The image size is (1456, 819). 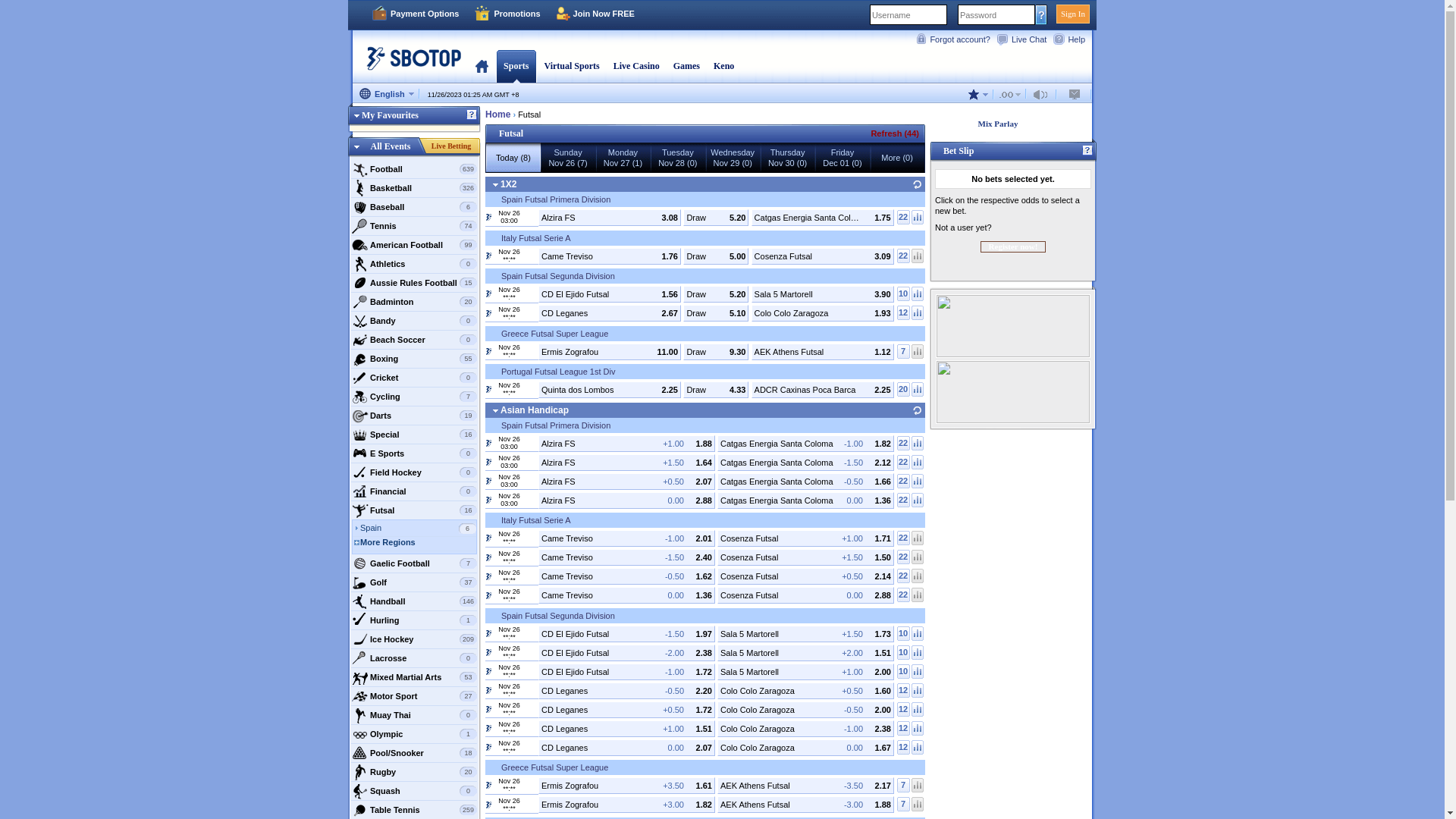 What do you see at coordinates (595, 14) in the screenshot?
I see `'Join Now FREE'` at bounding box center [595, 14].